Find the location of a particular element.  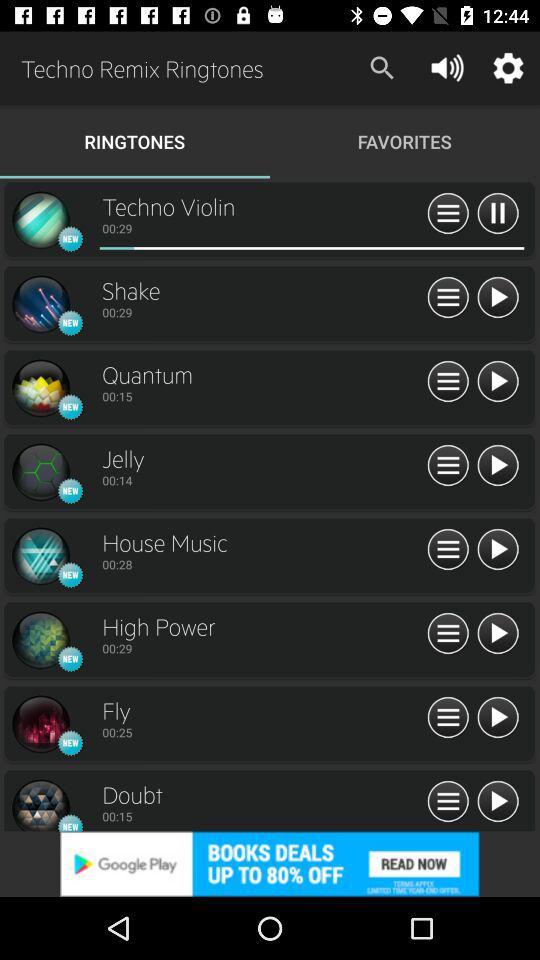

quantum symbol is located at coordinates (40, 387).